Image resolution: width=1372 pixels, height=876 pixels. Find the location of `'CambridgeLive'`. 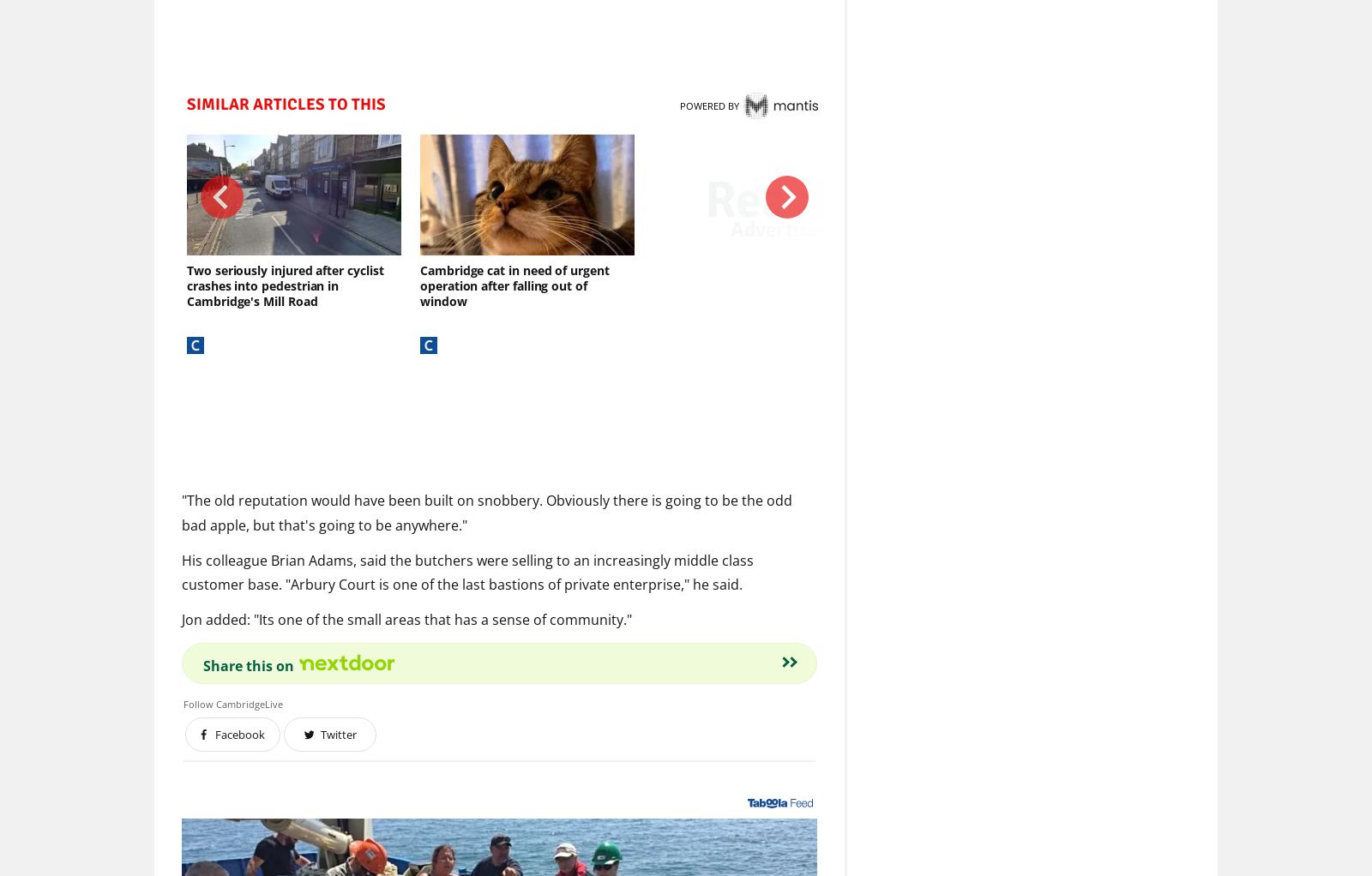

'CambridgeLive' is located at coordinates (250, 703).